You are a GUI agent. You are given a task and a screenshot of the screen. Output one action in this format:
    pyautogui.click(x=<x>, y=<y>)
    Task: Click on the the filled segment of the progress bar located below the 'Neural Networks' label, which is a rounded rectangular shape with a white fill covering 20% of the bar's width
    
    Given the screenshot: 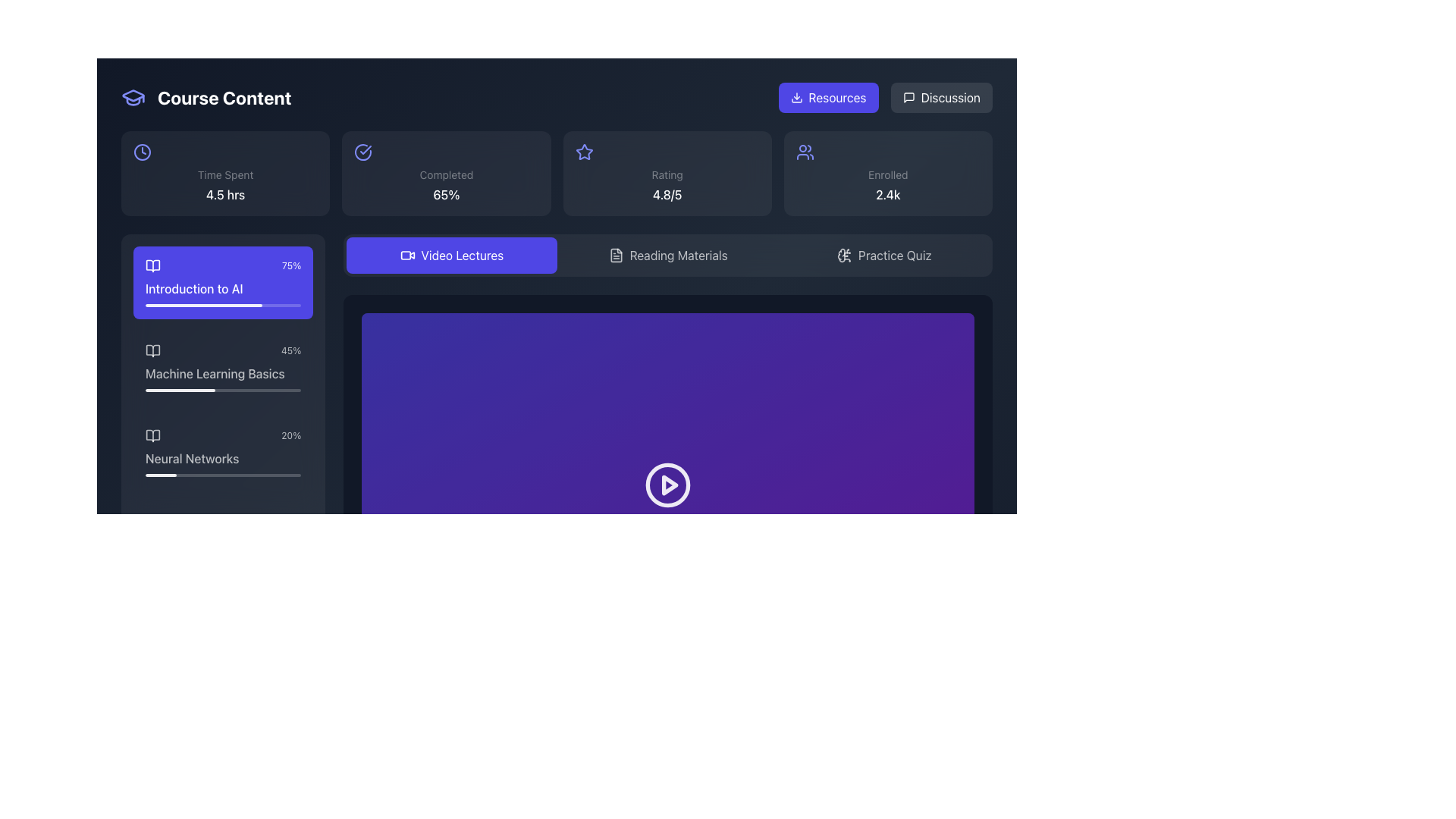 What is the action you would take?
    pyautogui.click(x=161, y=475)
    